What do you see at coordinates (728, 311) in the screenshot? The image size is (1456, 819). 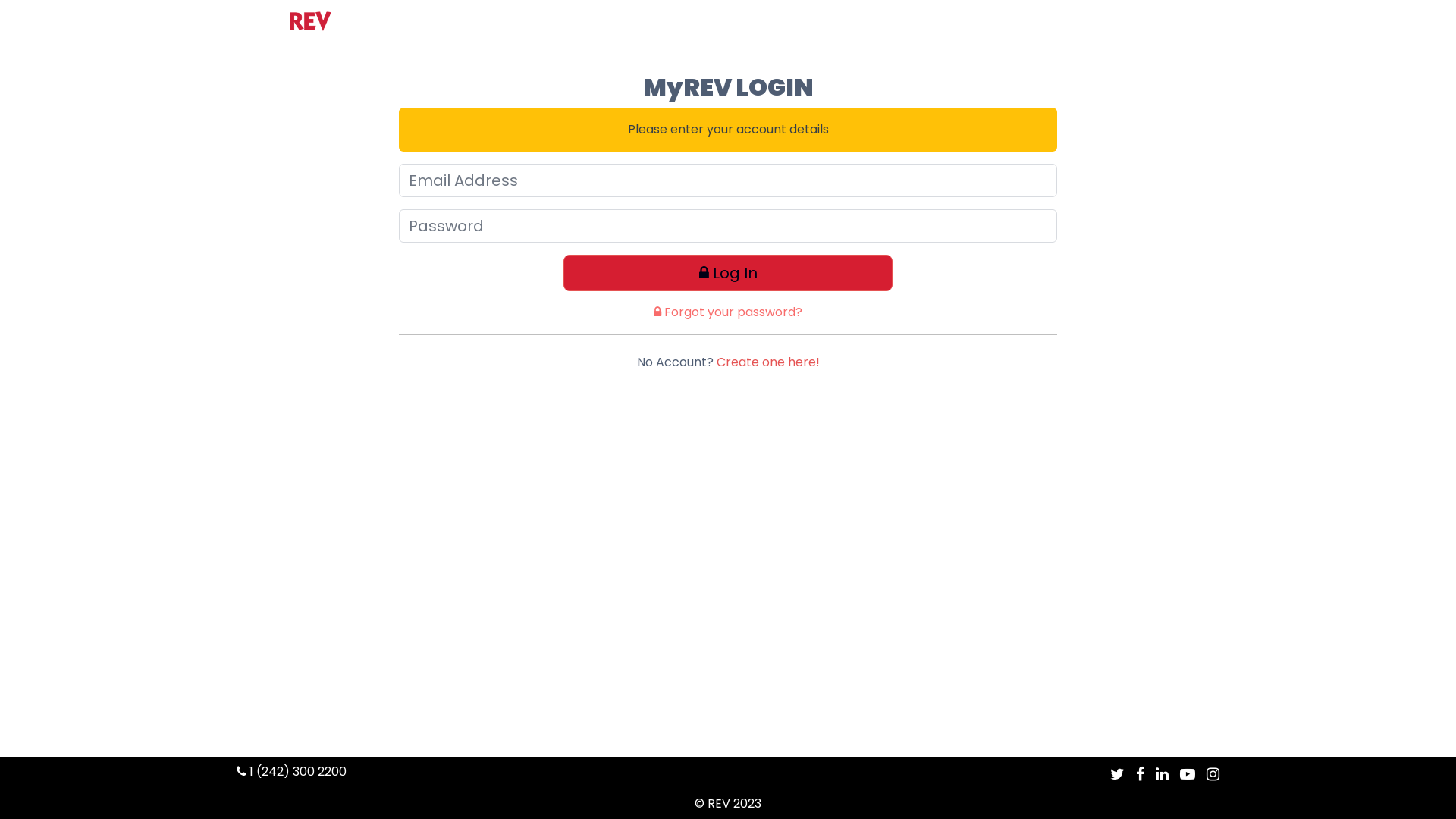 I see `'Forgot your password?'` at bounding box center [728, 311].